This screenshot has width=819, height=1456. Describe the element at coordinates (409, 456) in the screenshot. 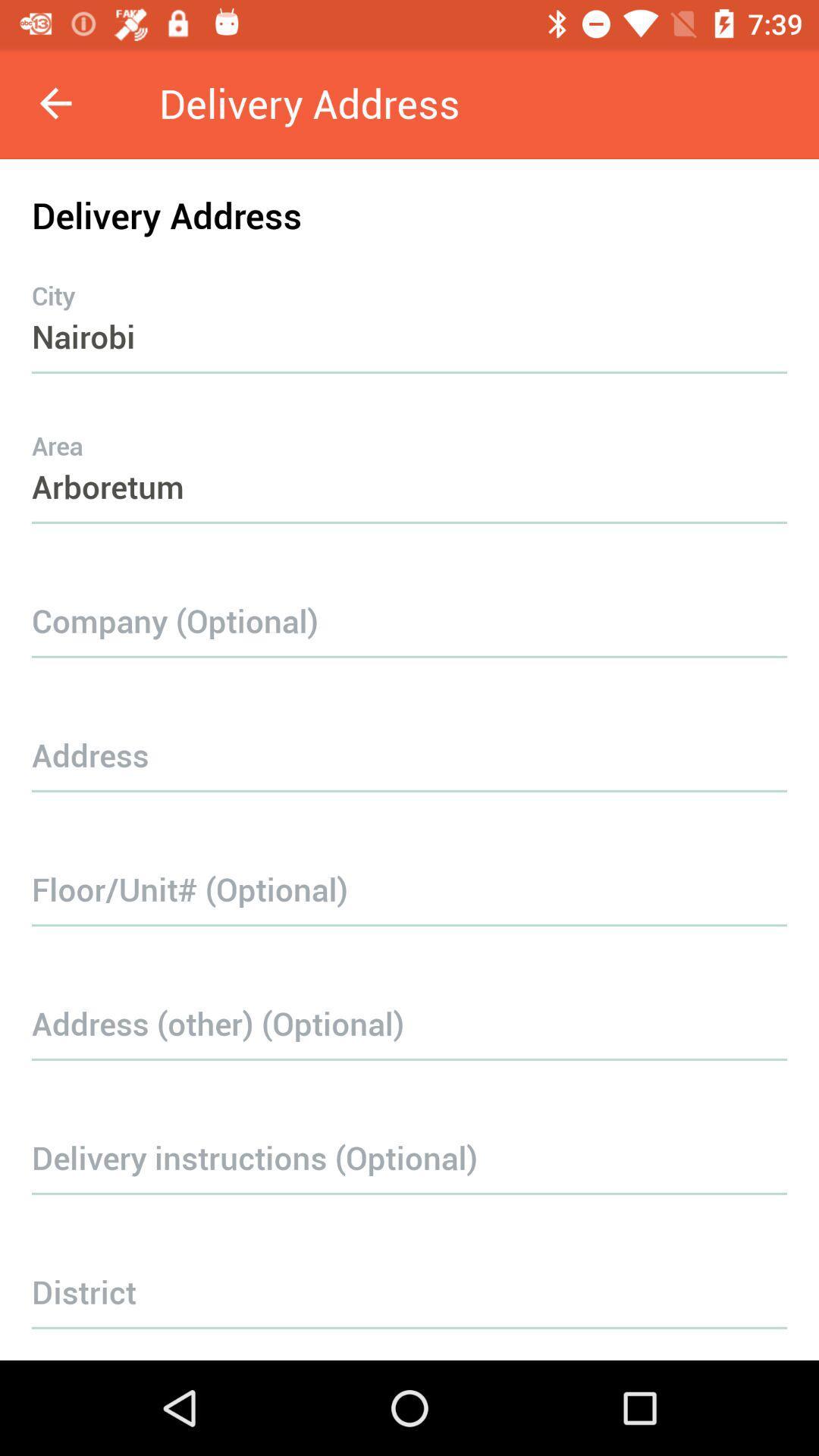

I see `arboretum item` at that location.